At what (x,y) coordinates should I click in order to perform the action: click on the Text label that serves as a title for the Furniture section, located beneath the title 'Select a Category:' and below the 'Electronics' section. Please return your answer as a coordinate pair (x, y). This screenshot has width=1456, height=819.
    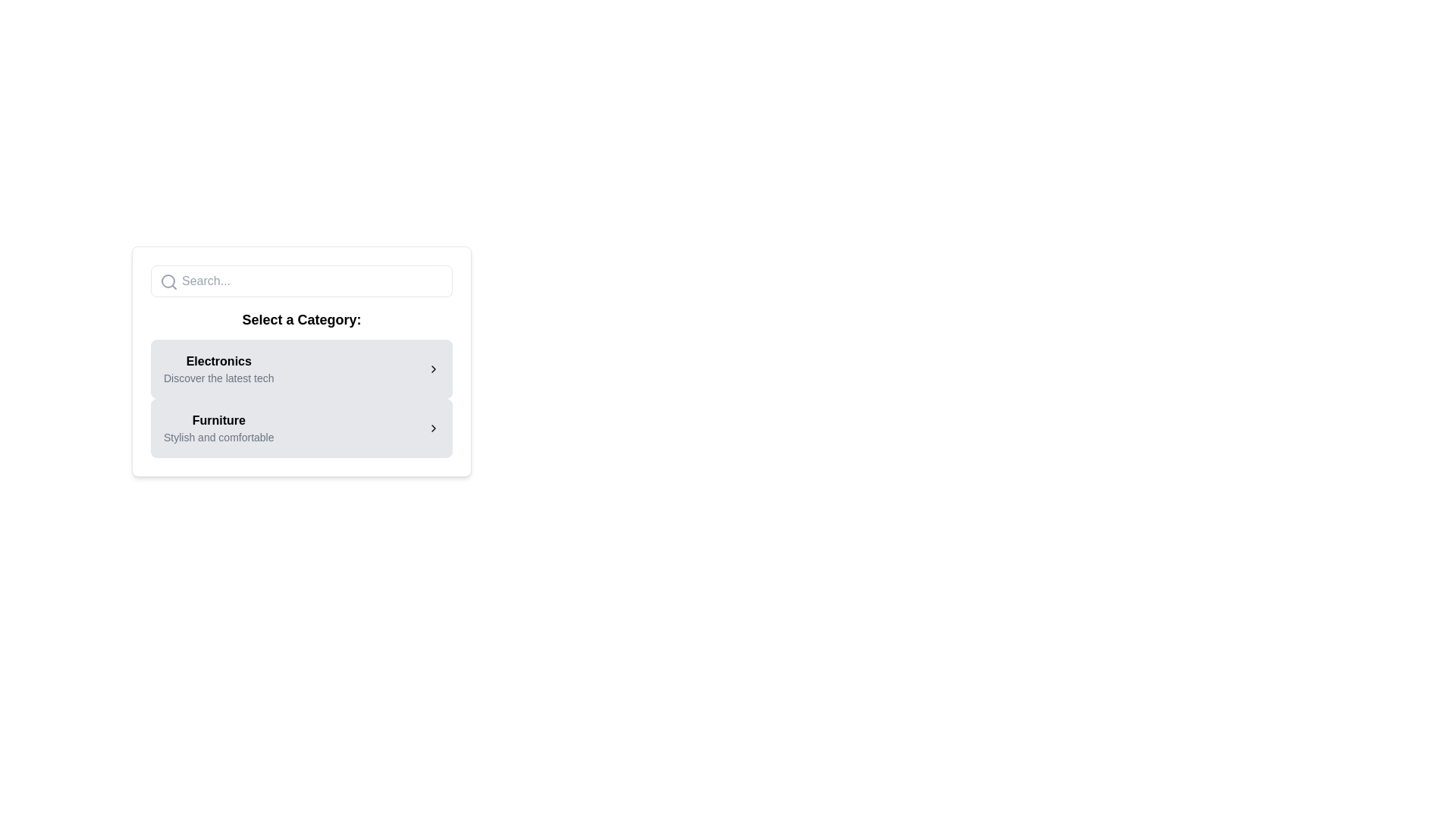
    Looking at the image, I should click on (218, 421).